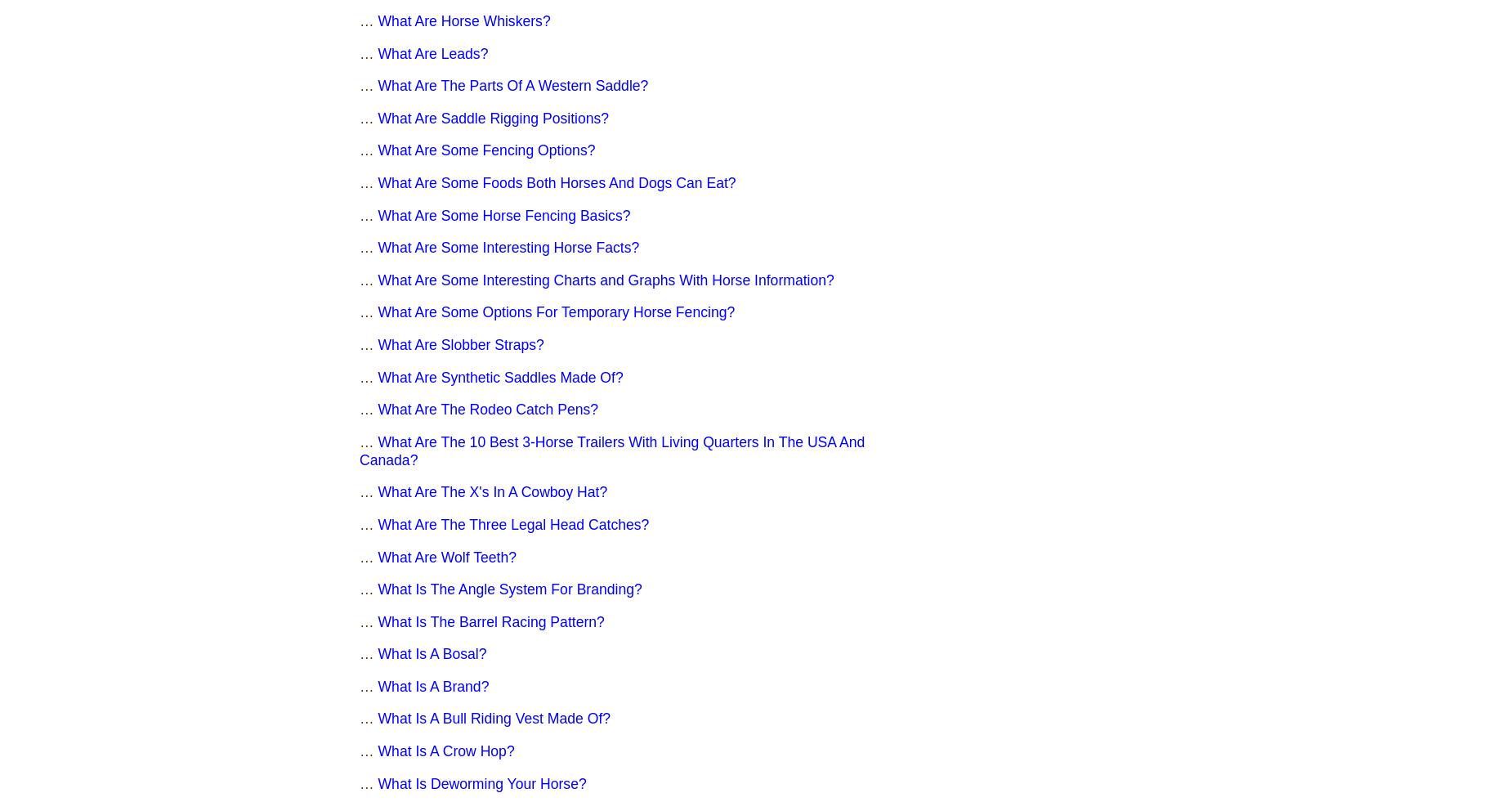 This screenshot has width=1512, height=802. I want to click on 'What Is A Brand?', so click(433, 685).